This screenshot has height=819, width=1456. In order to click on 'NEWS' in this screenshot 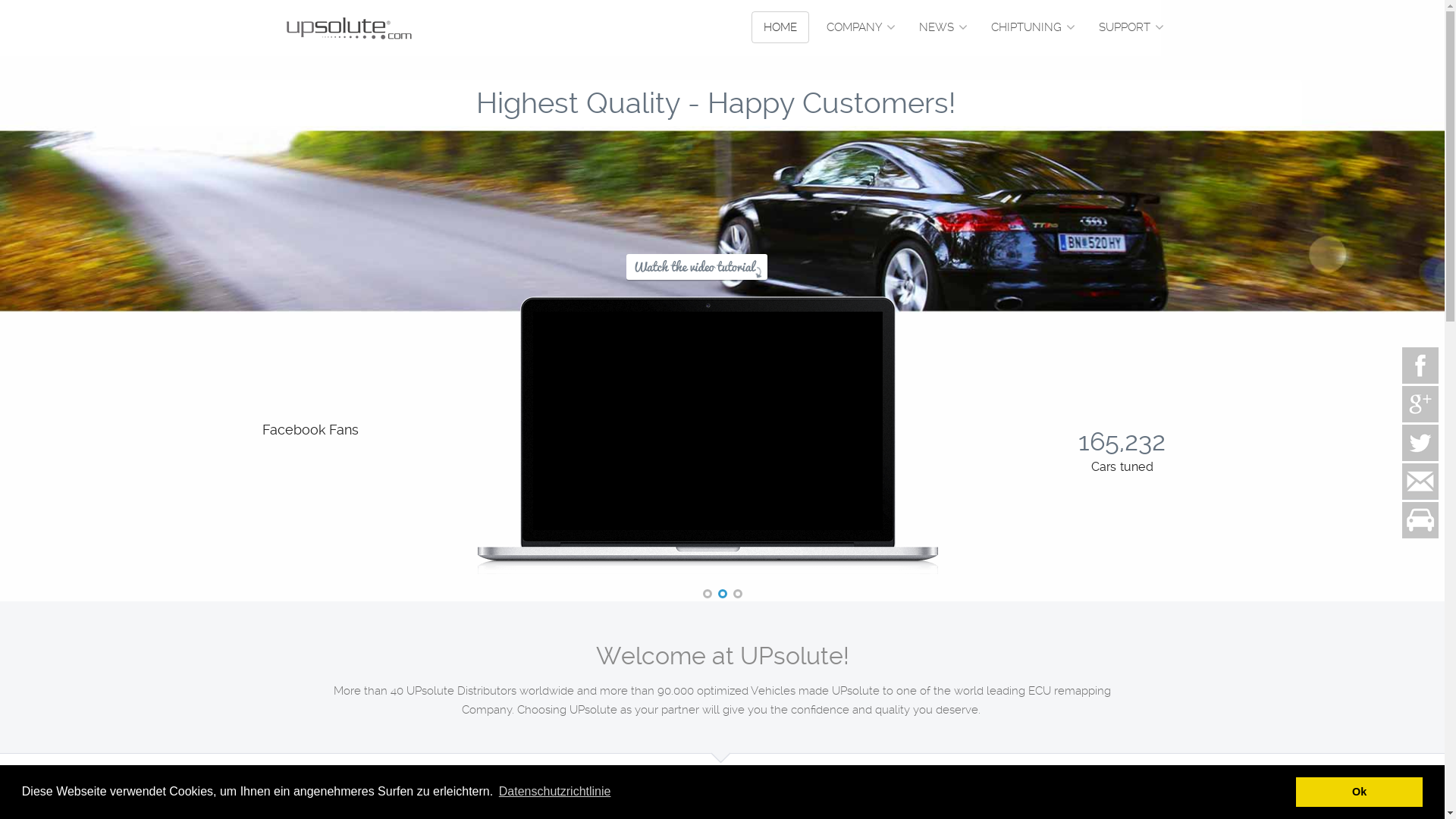, I will do `click(939, 27)`.